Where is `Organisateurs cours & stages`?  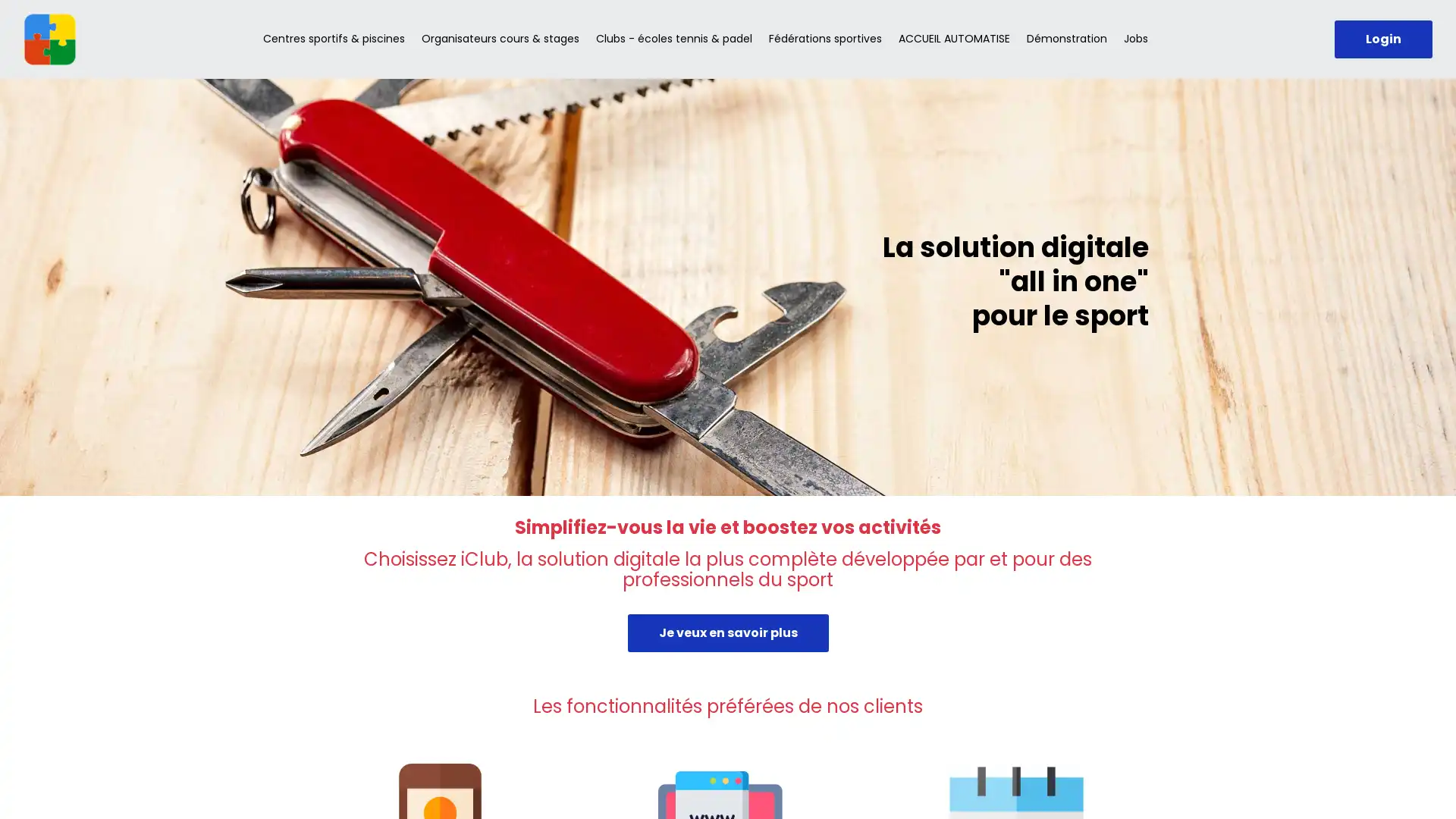
Organisateurs cours & stages is located at coordinates (499, 38).